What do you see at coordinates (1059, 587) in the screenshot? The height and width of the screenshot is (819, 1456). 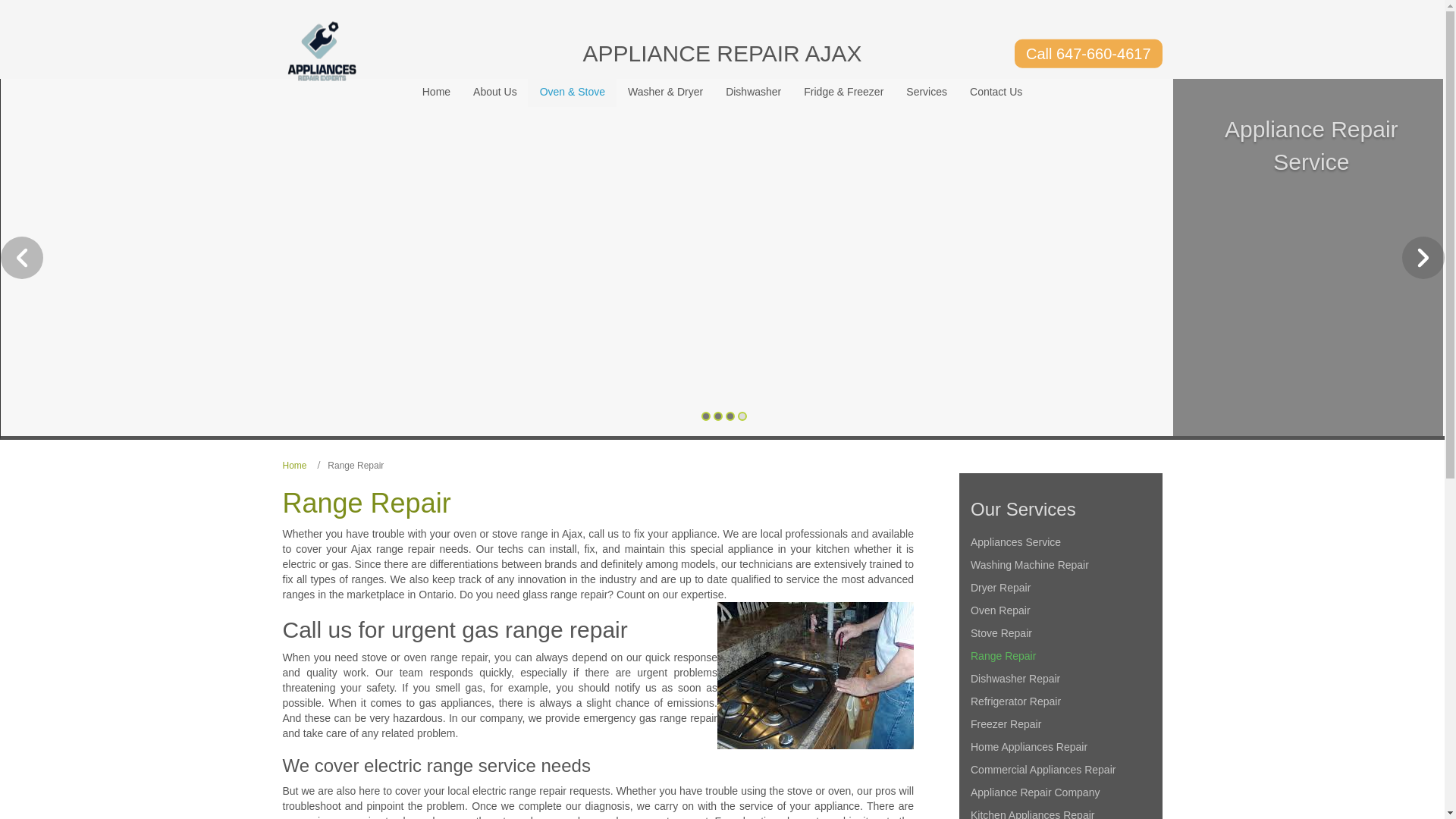 I see `'Dryer Repair'` at bounding box center [1059, 587].